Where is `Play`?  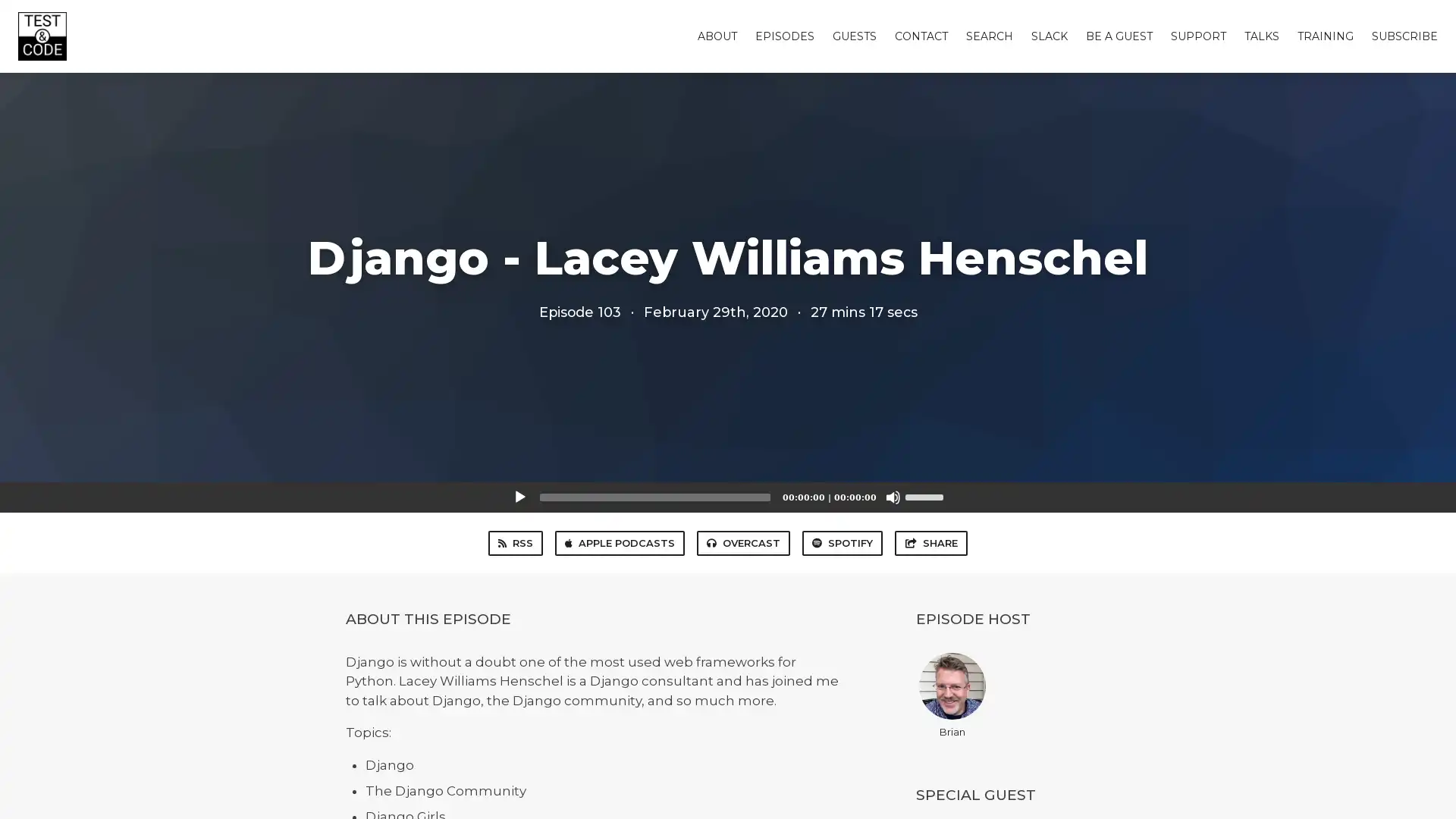
Play is located at coordinates (520, 497).